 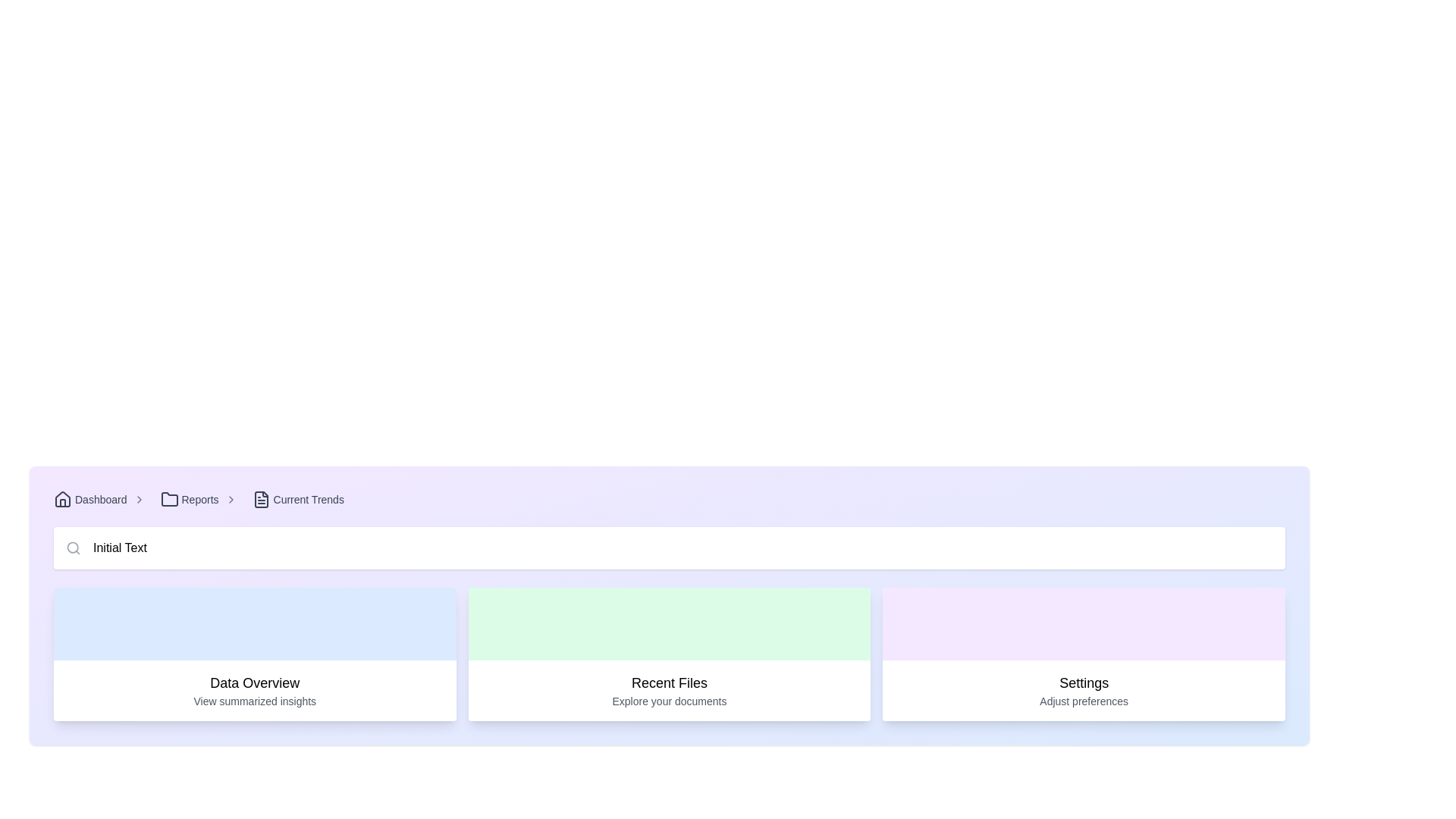 What do you see at coordinates (139, 500) in the screenshot?
I see `the first chevron icon in the breadcrumb navigation that visually indicates a hierarchical separation, located to the right of the 'Dashboard' text` at bounding box center [139, 500].